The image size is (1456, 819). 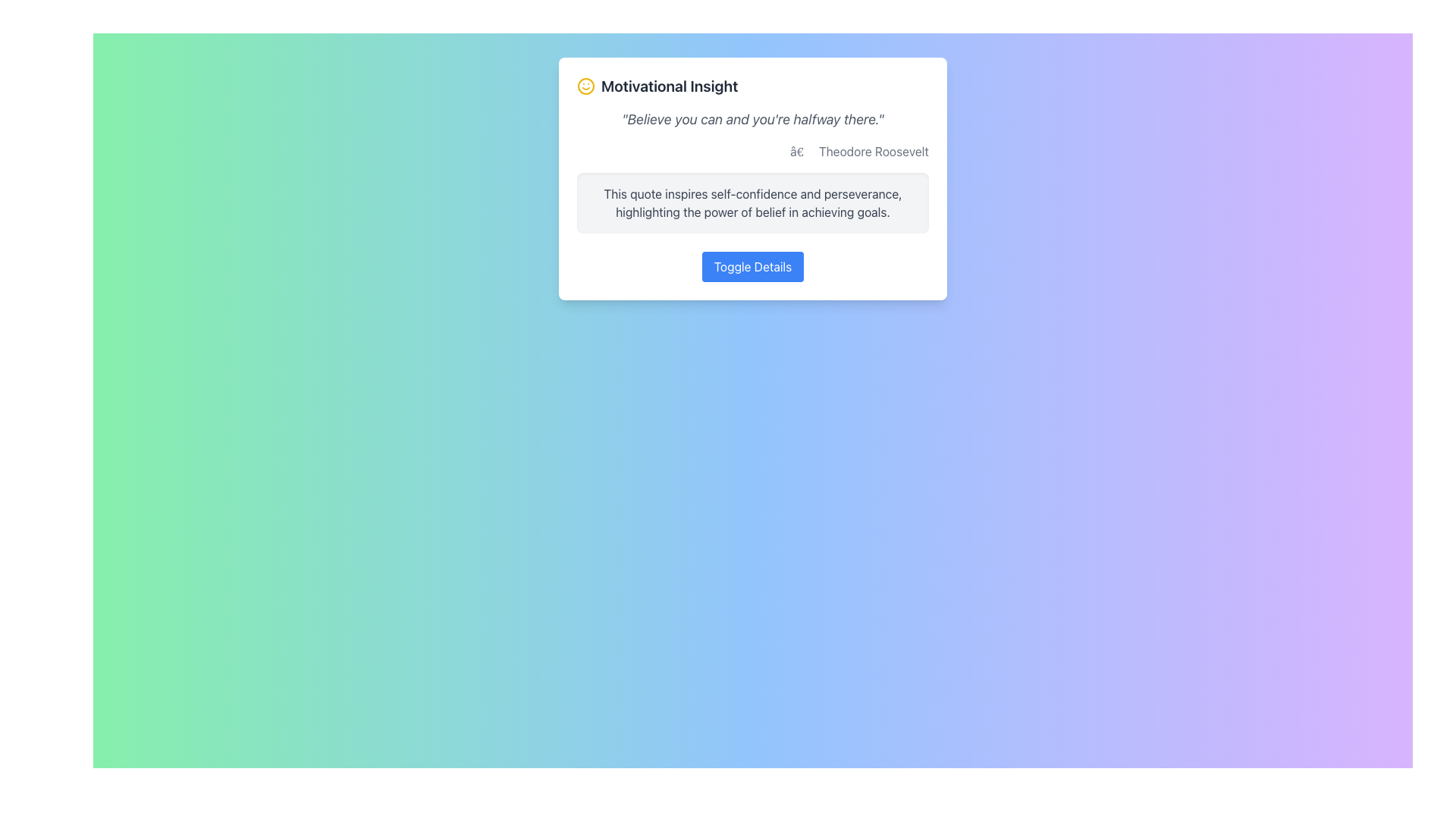 What do you see at coordinates (585, 86) in the screenshot?
I see `the decorative SVG icon located at the top left of the 'Motivational Insight' card, which precedes the heading text 'Motivational Insight'` at bounding box center [585, 86].